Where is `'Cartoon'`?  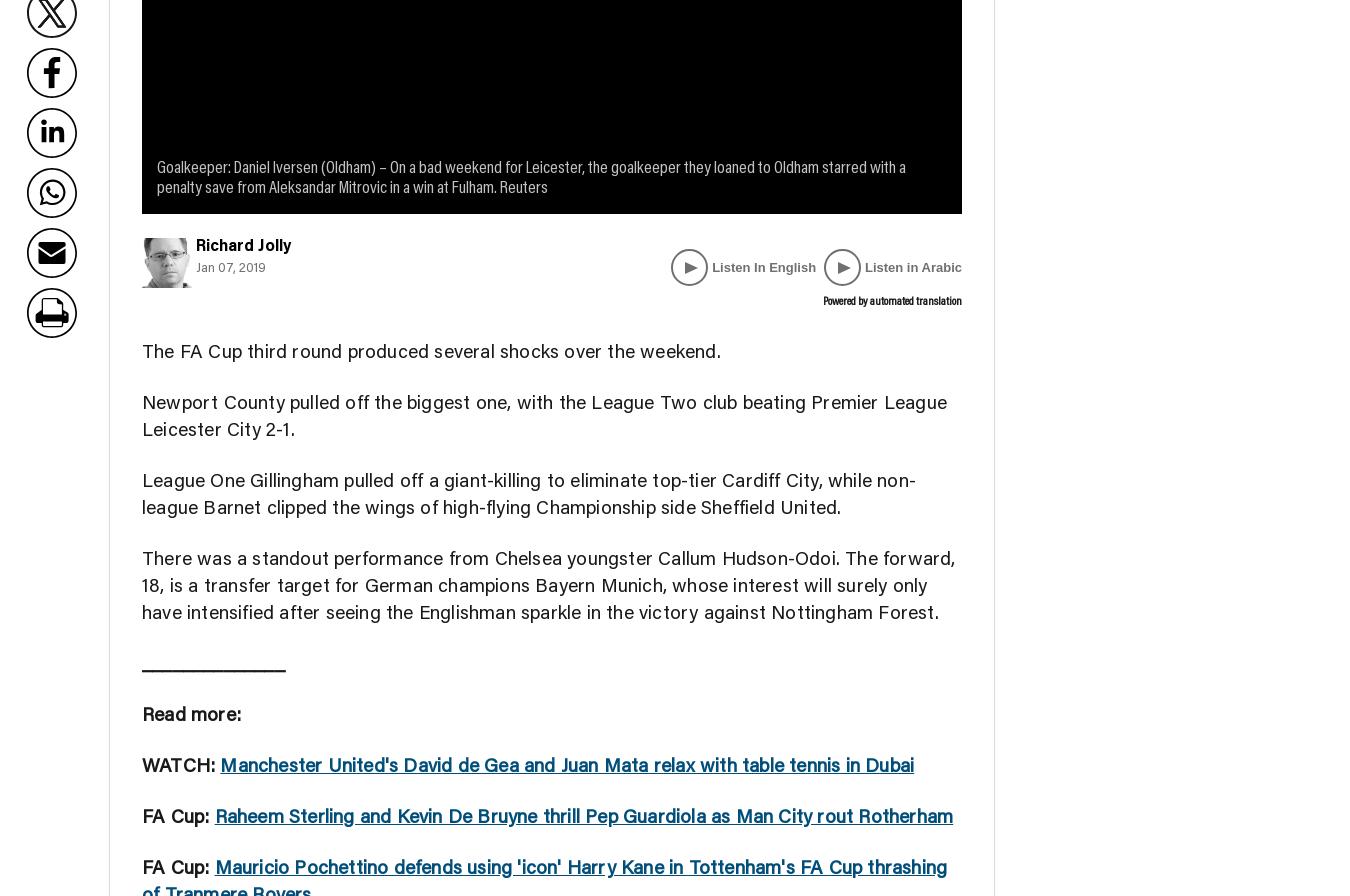
'Cartoon' is located at coordinates (569, 82).